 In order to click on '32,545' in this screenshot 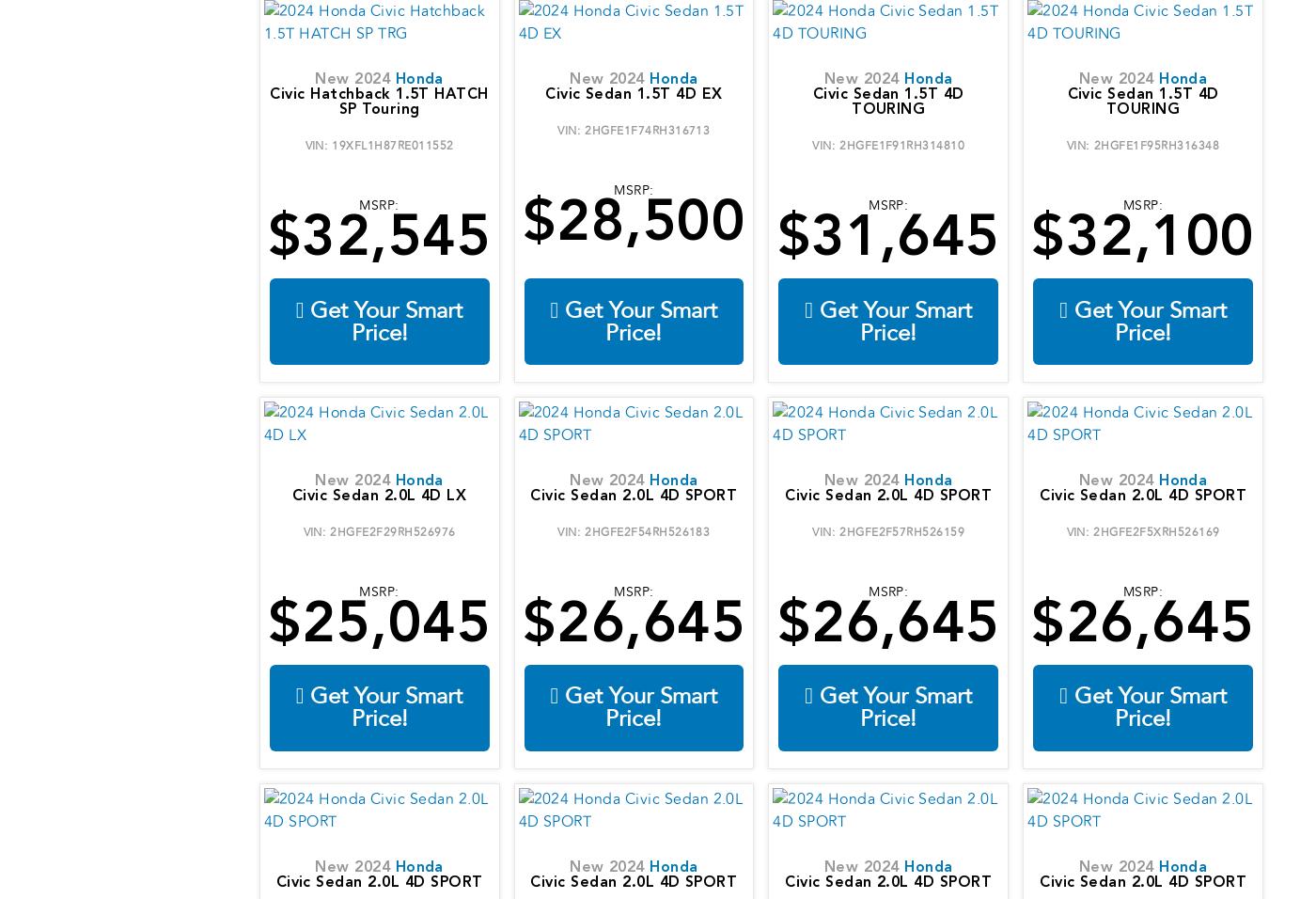, I will do `click(396, 240)`.